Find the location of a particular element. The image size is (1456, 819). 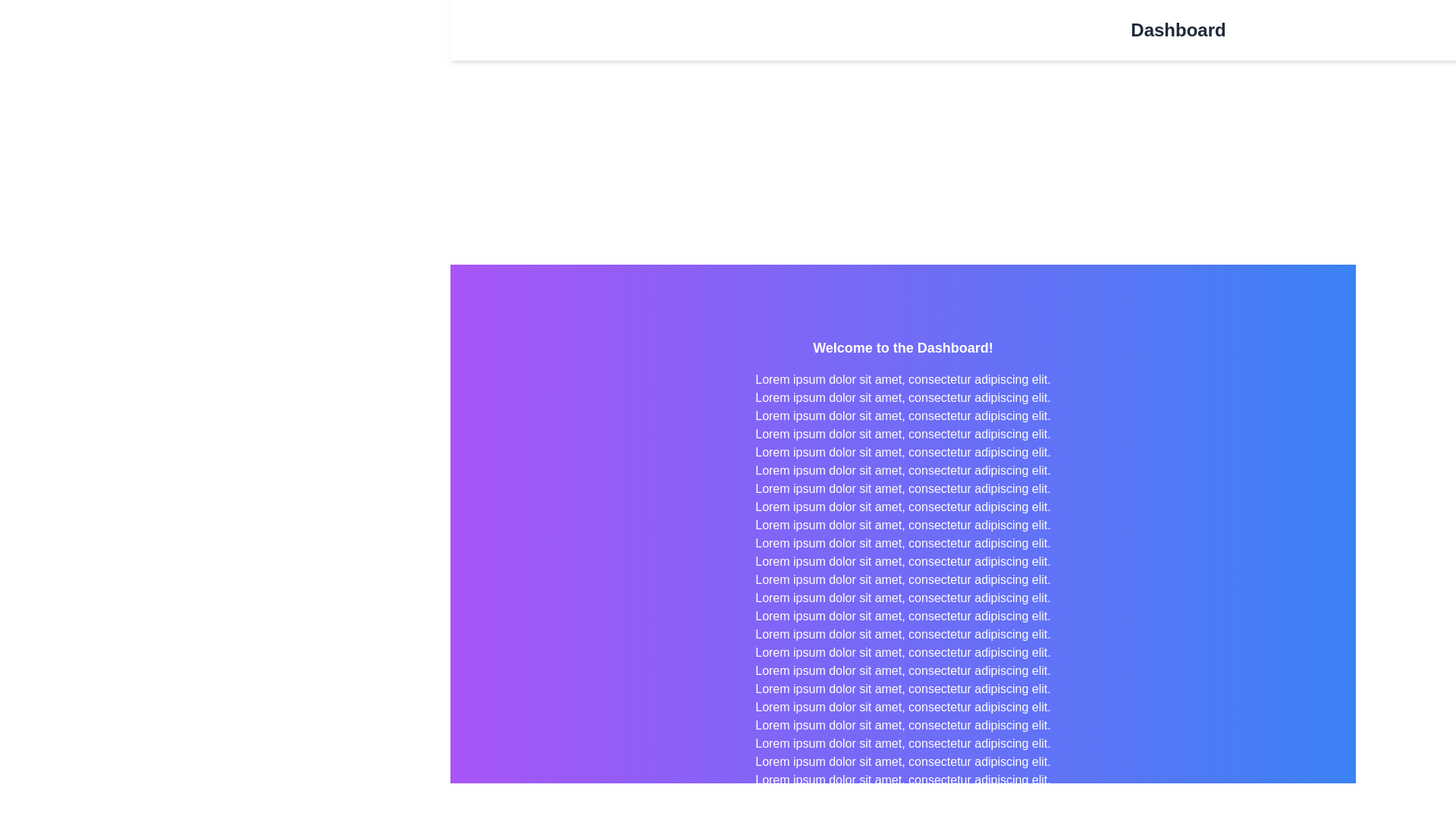

the fifth text item in the vertical list that contains the sentence 'Lorem ipsum dolor sit amet, consectetur adipiscing elit.' styled in white font against a gradient purple-blue background is located at coordinates (902, 435).